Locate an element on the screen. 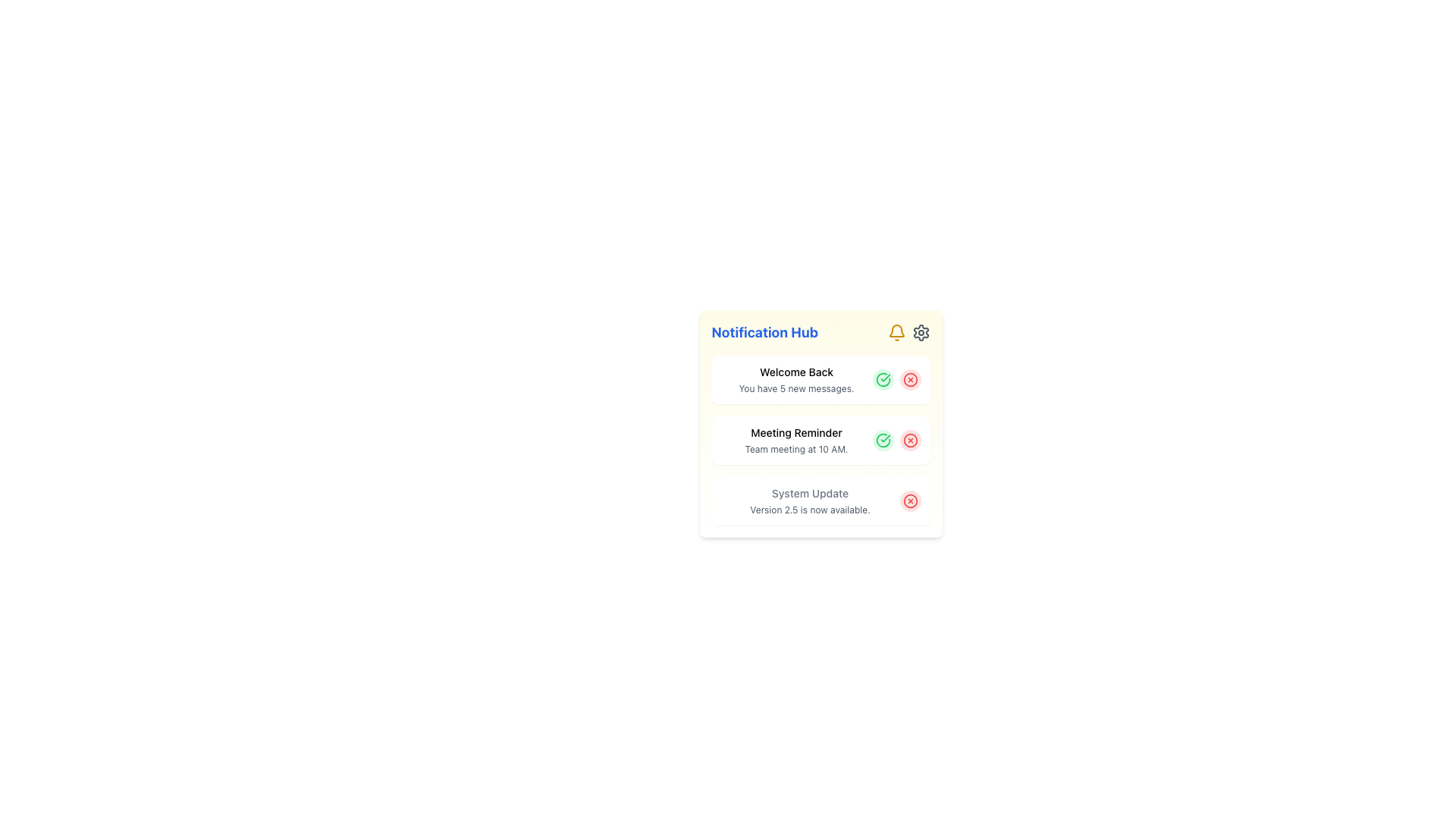 This screenshot has width=1456, height=819. the notification indicator icon located at the top-right corner of the interface, which serves to inform the user of pending alerts or messages is located at coordinates (896, 332).